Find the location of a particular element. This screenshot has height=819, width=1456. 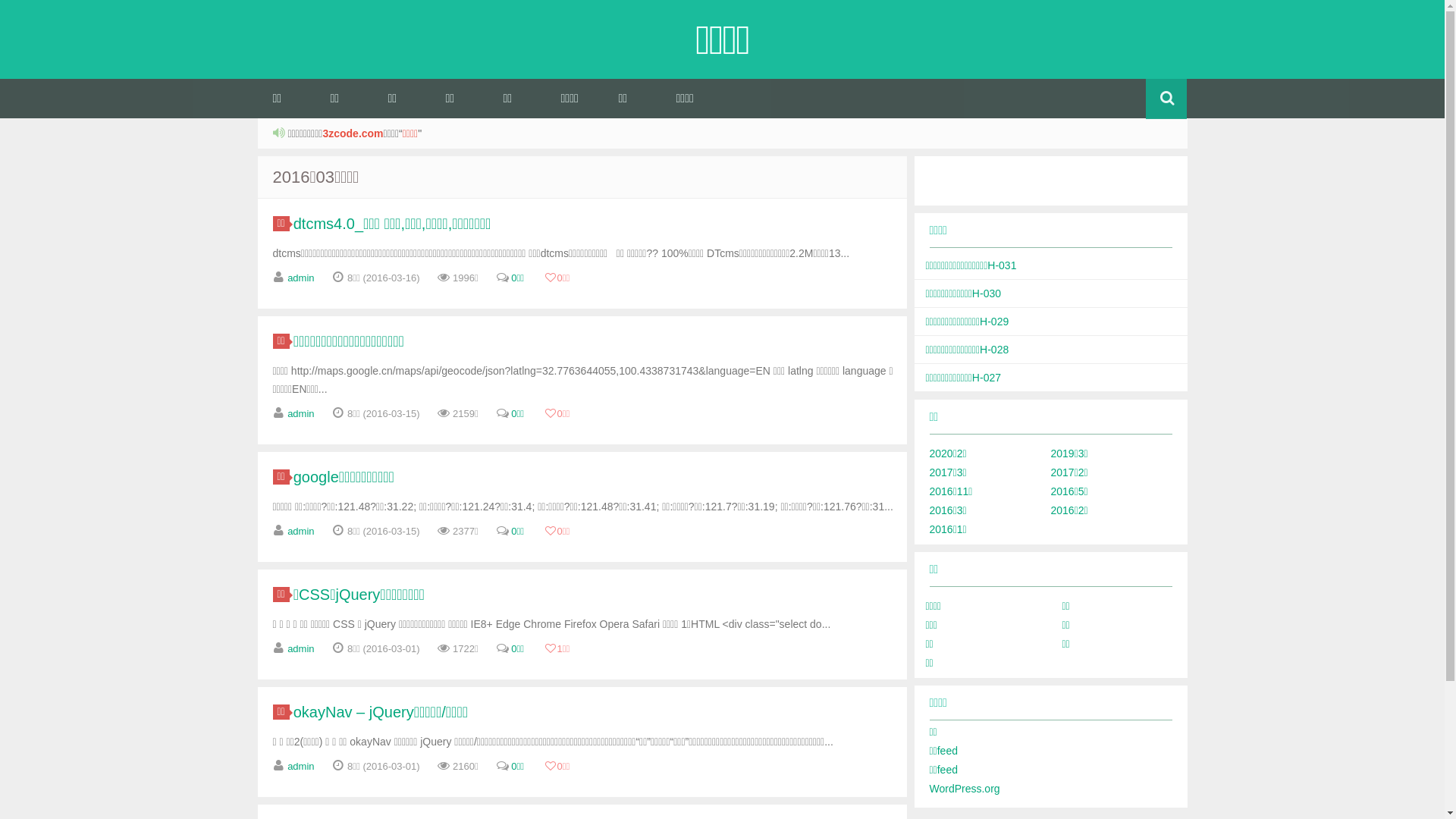

'WordPress.org' is located at coordinates (964, 788).